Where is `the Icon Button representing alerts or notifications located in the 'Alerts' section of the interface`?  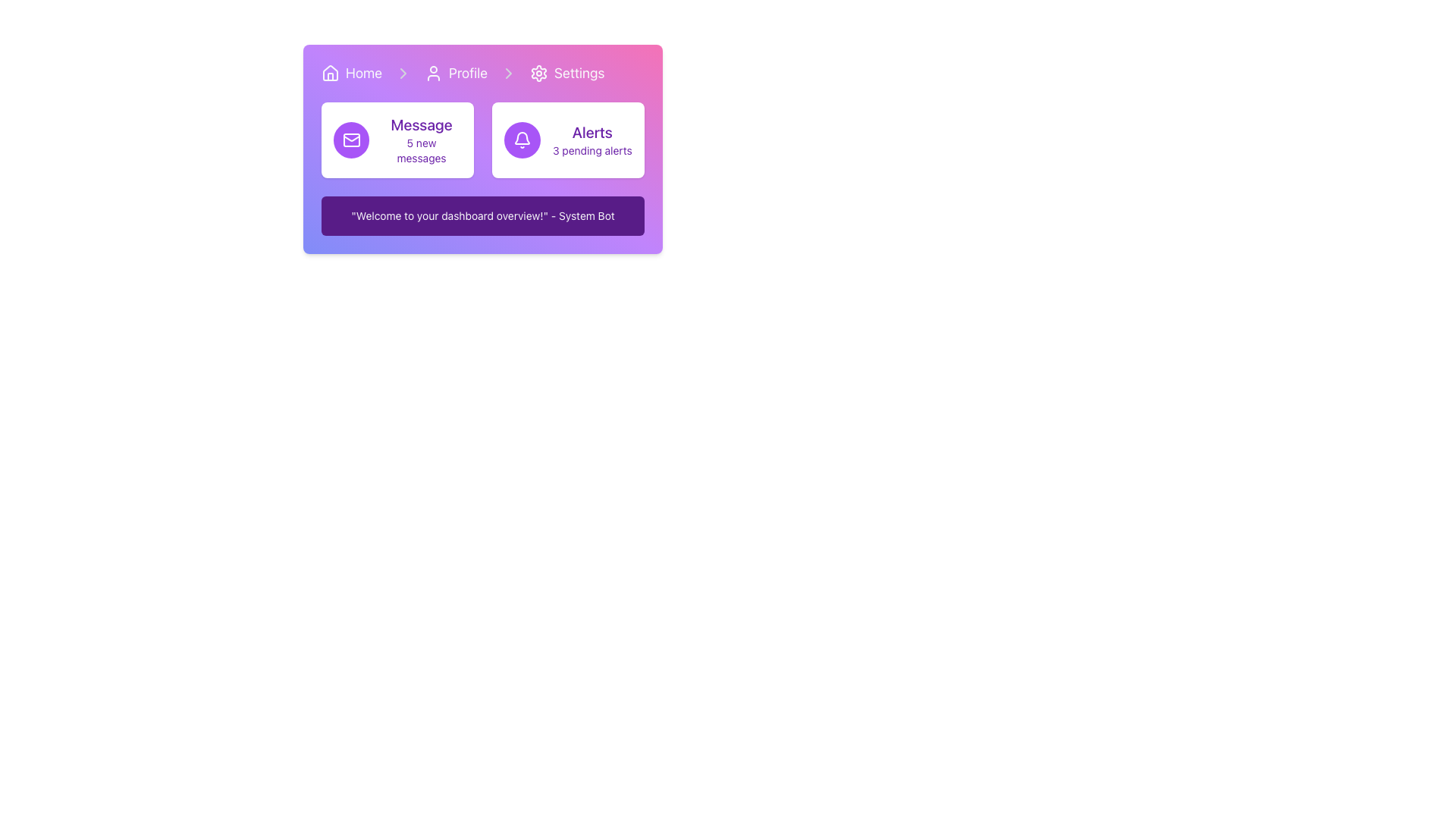 the Icon Button representing alerts or notifications located in the 'Alerts' section of the interface is located at coordinates (522, 140).